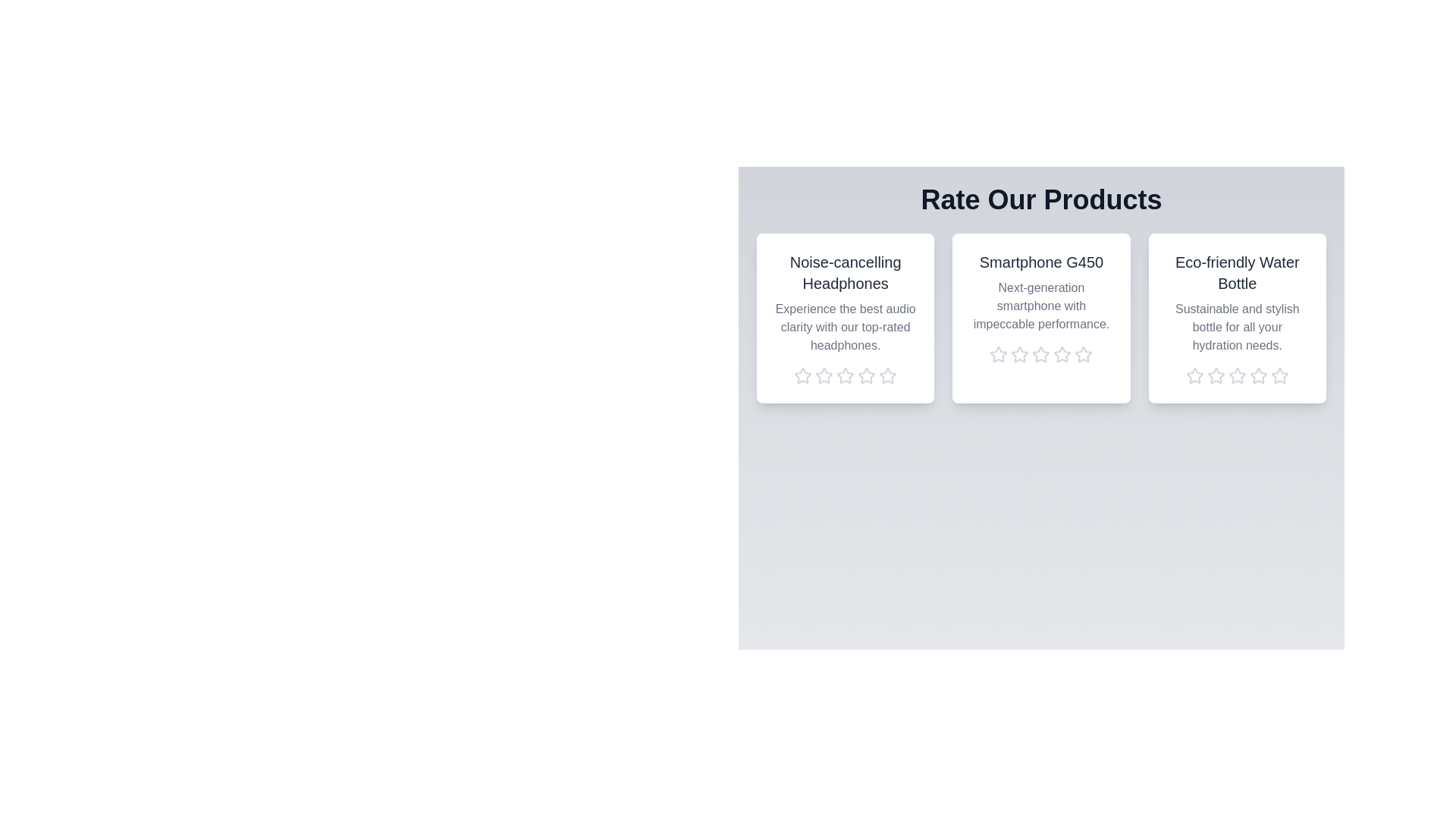  Describe the element at coordinates (844, 375) in the screenshot. I see `the rating of the product 'Noise-cancelling Headphones' to 3 stars` at that location.